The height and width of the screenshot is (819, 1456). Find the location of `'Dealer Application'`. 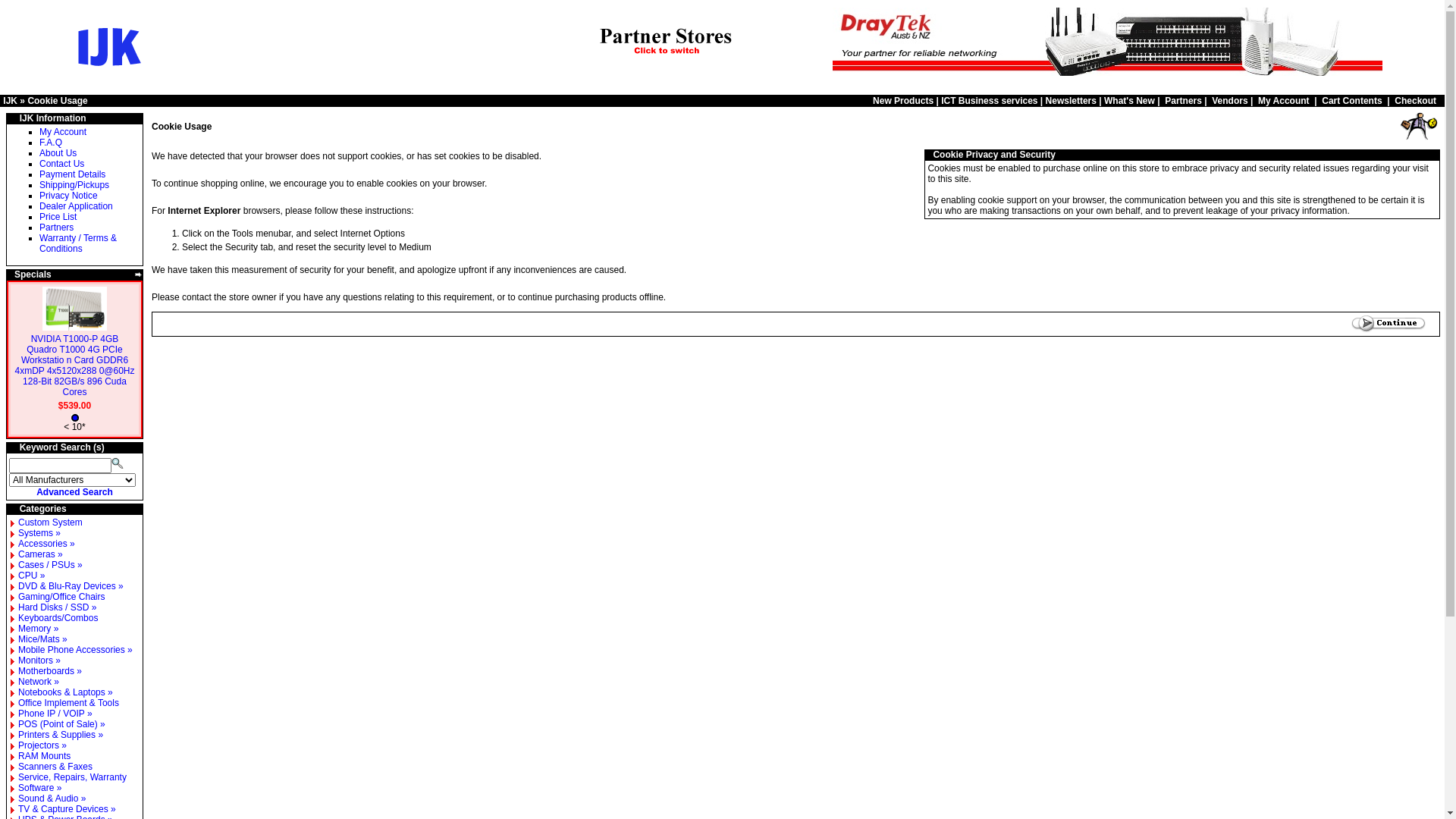

'Dealer Application' is located at coordinates (75, 206).